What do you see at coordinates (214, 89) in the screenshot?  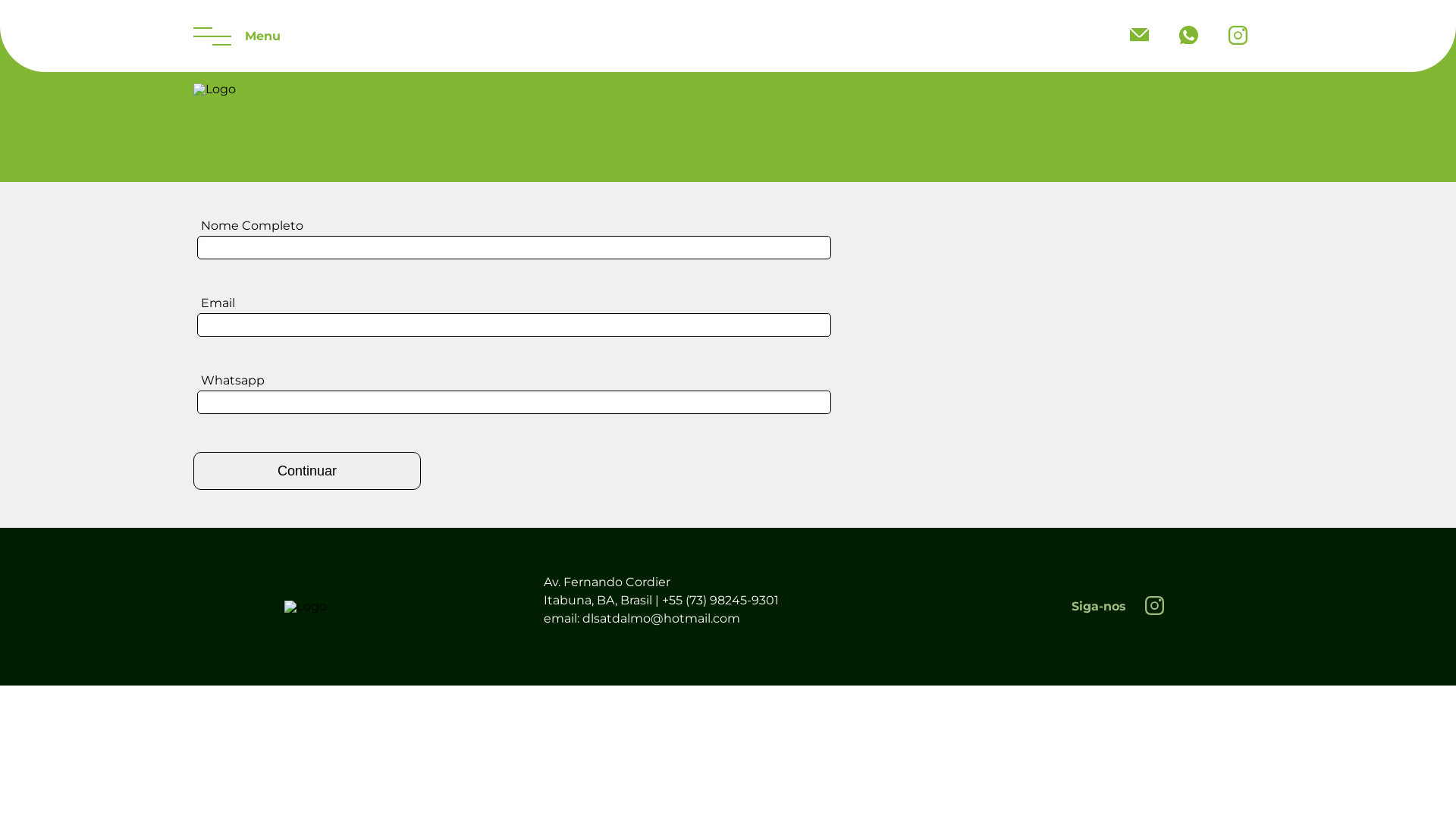 I see `'Ir para home'` at bounding box center [214, 89].